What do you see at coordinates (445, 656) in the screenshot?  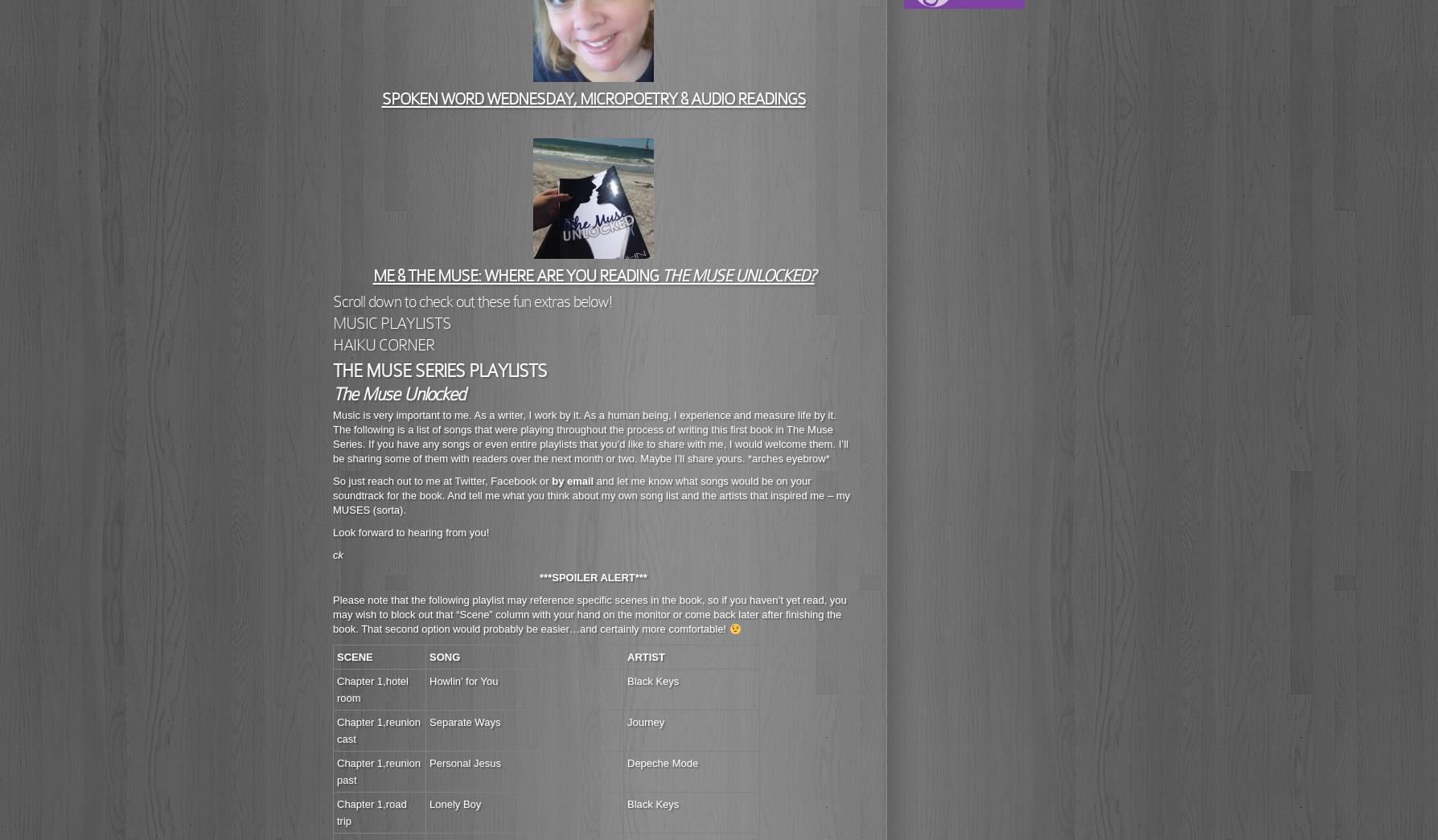 I see `'SONG'` at bounding box center [445, 656].